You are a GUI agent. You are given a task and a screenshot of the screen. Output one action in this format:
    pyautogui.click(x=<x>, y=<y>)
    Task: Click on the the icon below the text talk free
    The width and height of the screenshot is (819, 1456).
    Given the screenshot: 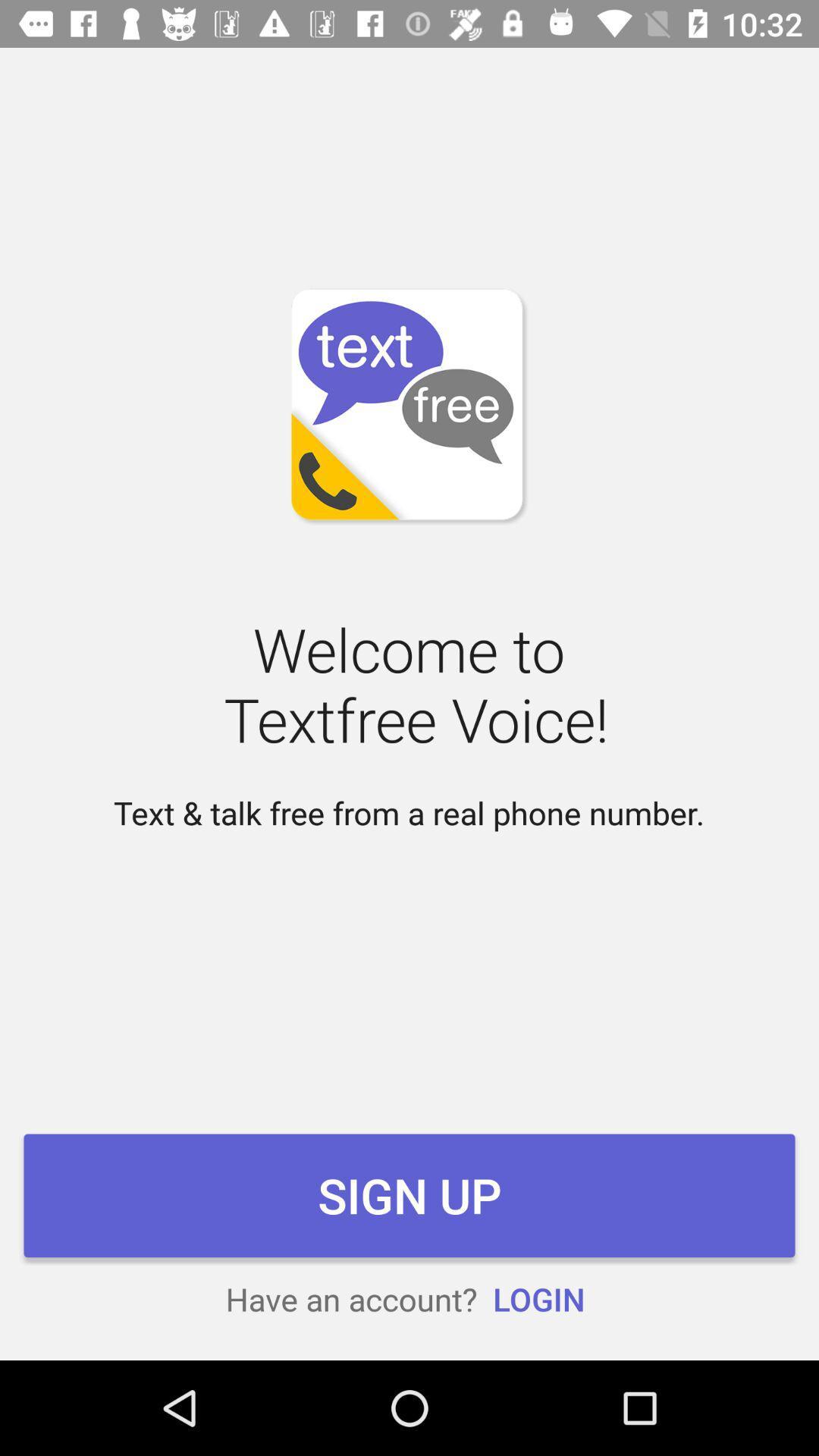 What is the action you would take?
    pyautogui.click(x=409, y=1194)
    